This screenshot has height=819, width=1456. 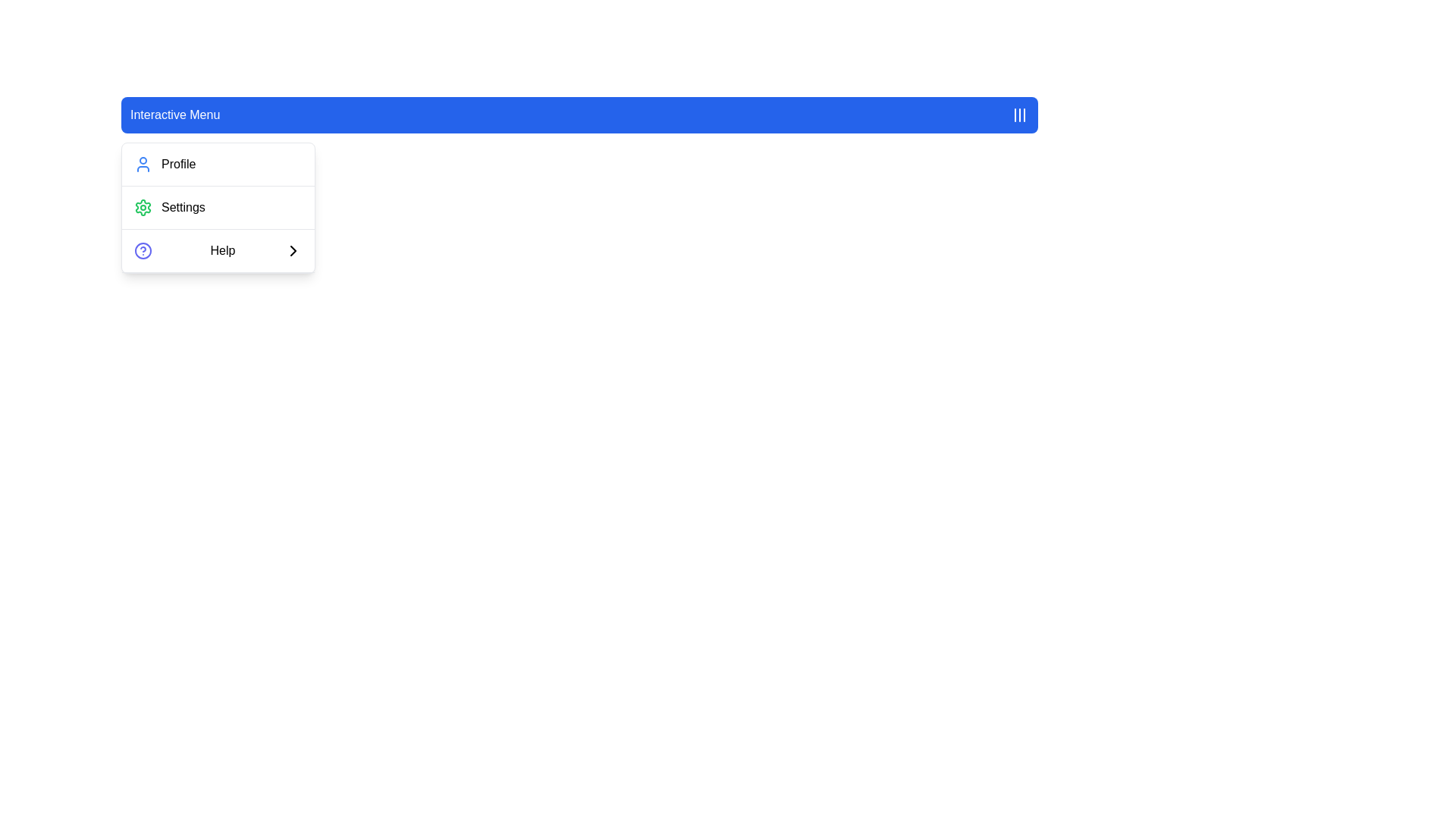 What do you see at coordinates (143, 250) in the screenshot?
I see `the circular graphic that serves a decorative function within the 'Help' menu option, which is the third item in the vertical menu list` at bounding box center [143, 250].